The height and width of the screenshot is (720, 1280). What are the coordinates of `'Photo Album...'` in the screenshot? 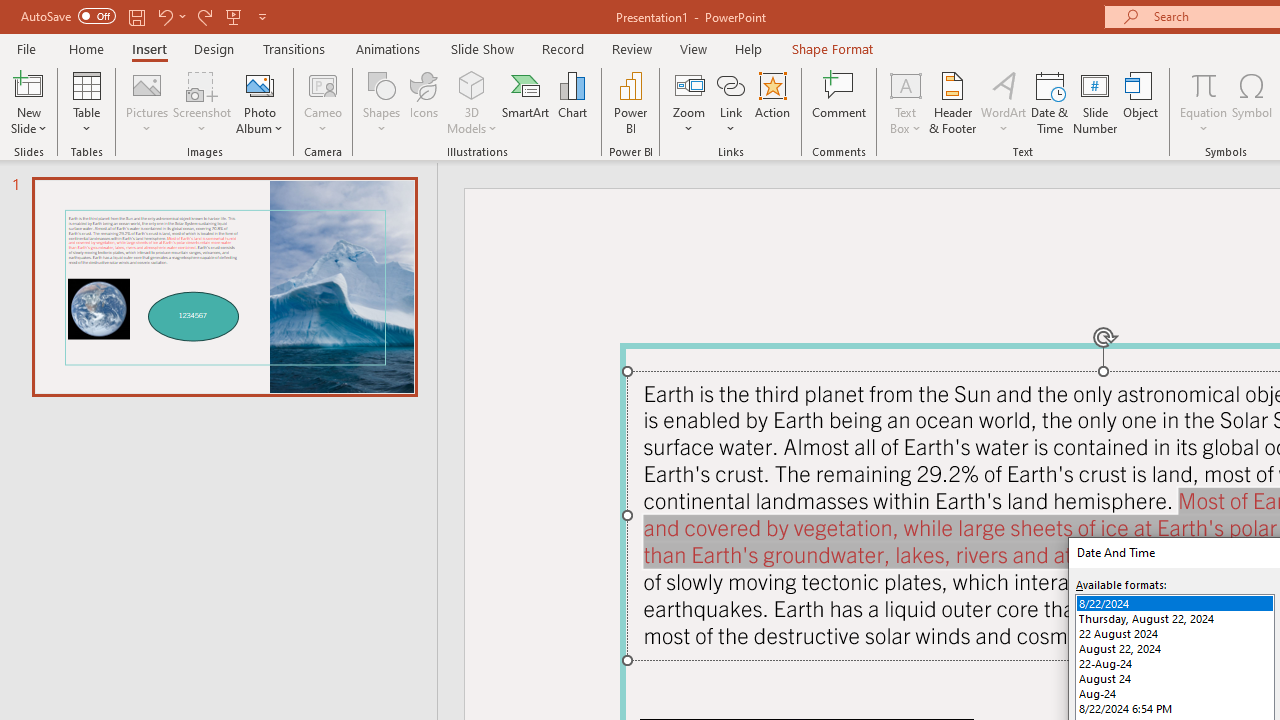 It's located at (258, 103).